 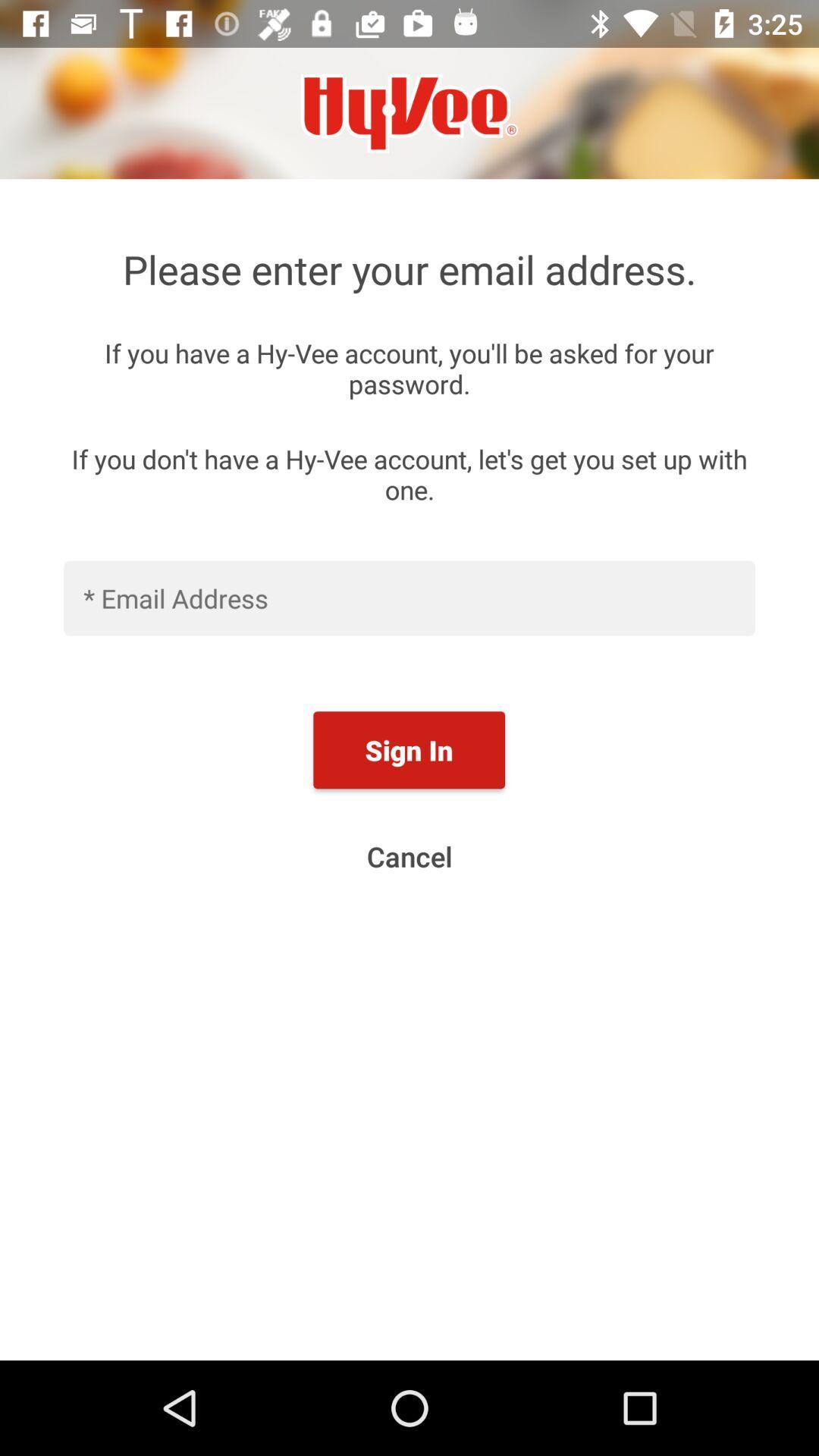 I want to click on mail textbox, so click(x=409, y=597).